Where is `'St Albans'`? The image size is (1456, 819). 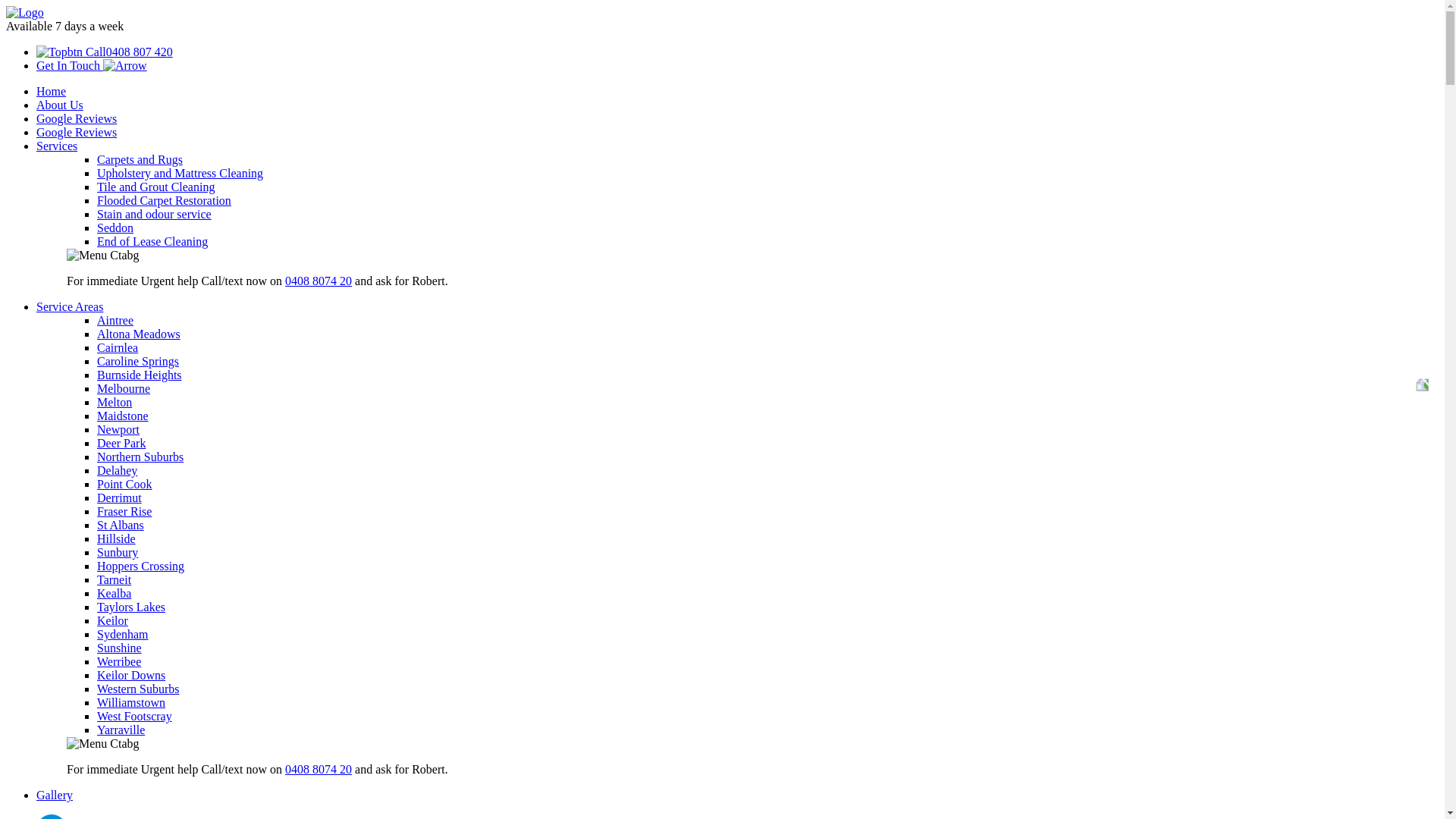
'St Albans' is located at coordinates (119, 524).